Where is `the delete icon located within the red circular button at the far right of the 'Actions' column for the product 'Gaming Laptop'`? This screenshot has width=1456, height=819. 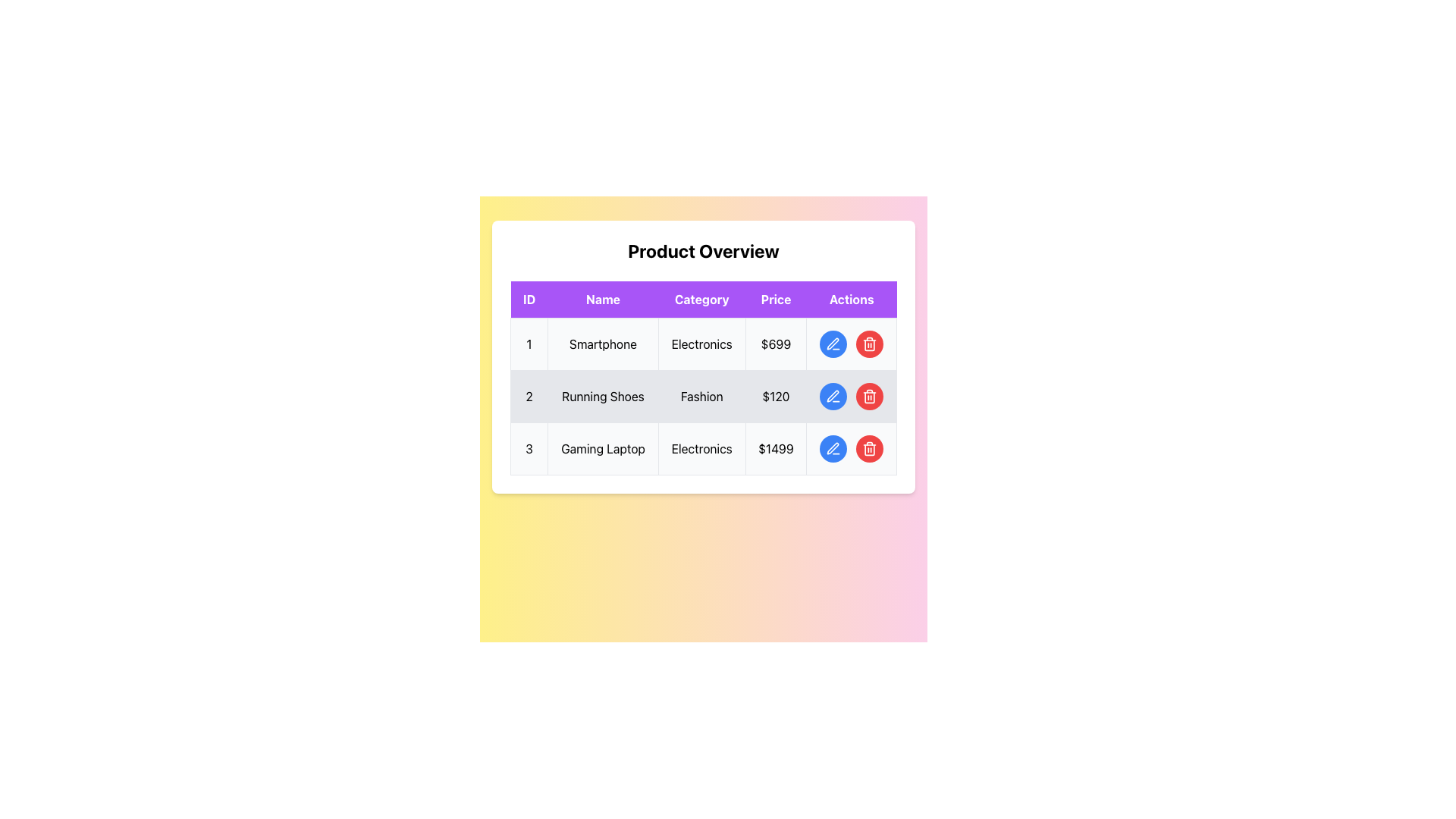
the delete icon located within the red circular button at the far right of the 'Actions' column for the product 'Gaming Laptop' is located at coordinates (870, 447).